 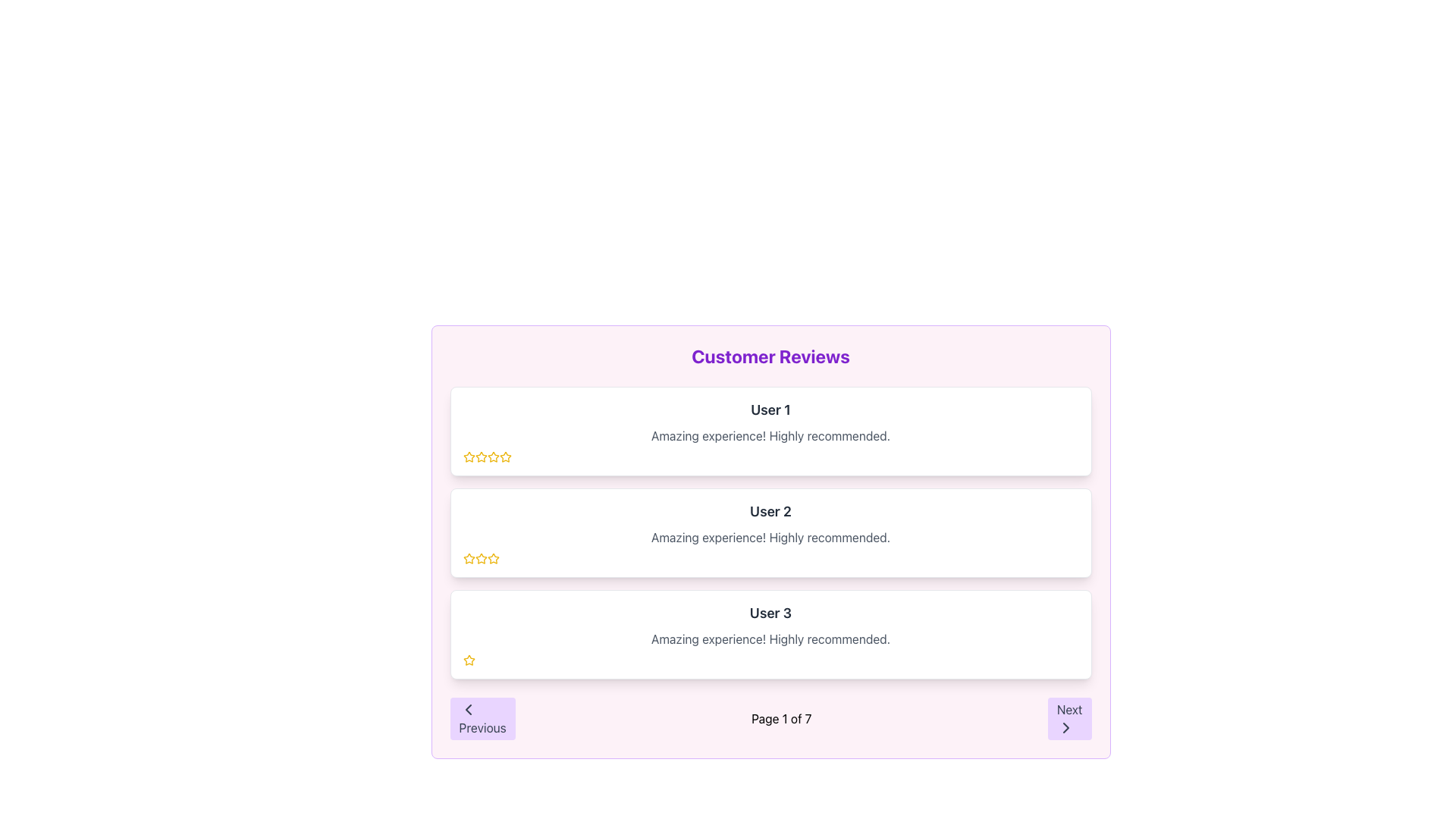 What do you see at coordinates (467, 710) in the screenshot?
I see `the 'Previous' button icon located in the bottom left corner of the UI's navigation section` at bounding box center [467, 710].